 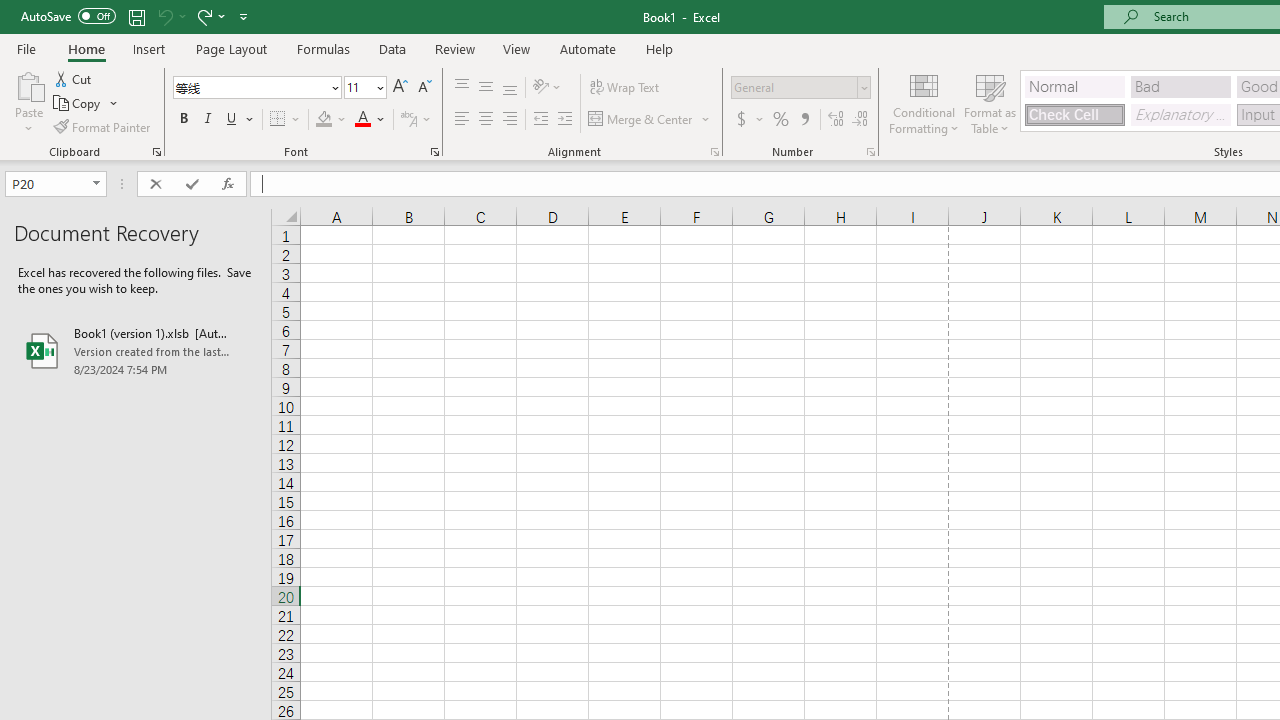 What do you see at coordinates (587, 48) in the screenshot?
I see `'Automate'` at bounding box center [587, 48].